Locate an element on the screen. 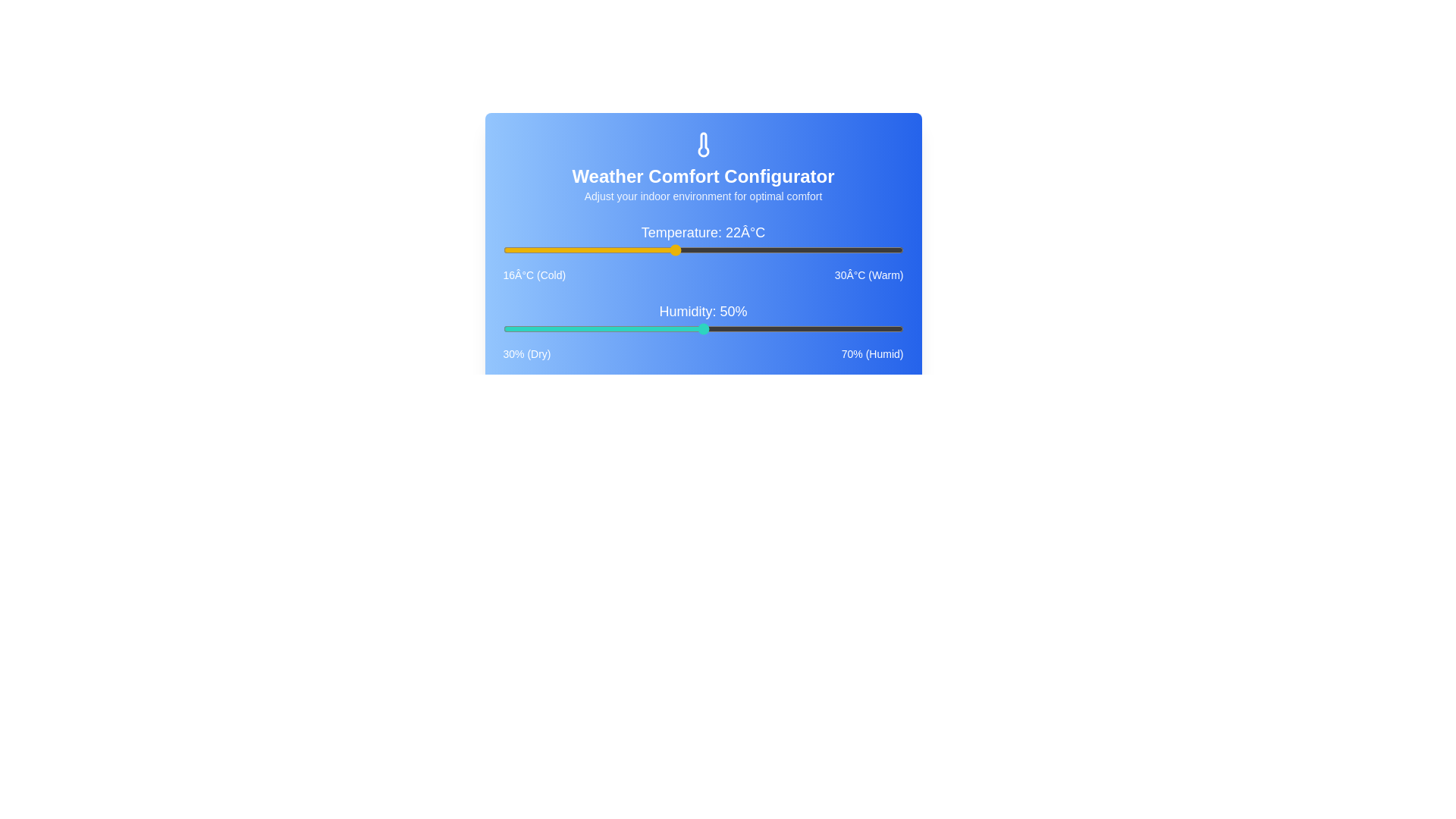 The height and width of the screenshot is (819, 1456). the humidity slider to 56% is located at coordinates (763, 328).